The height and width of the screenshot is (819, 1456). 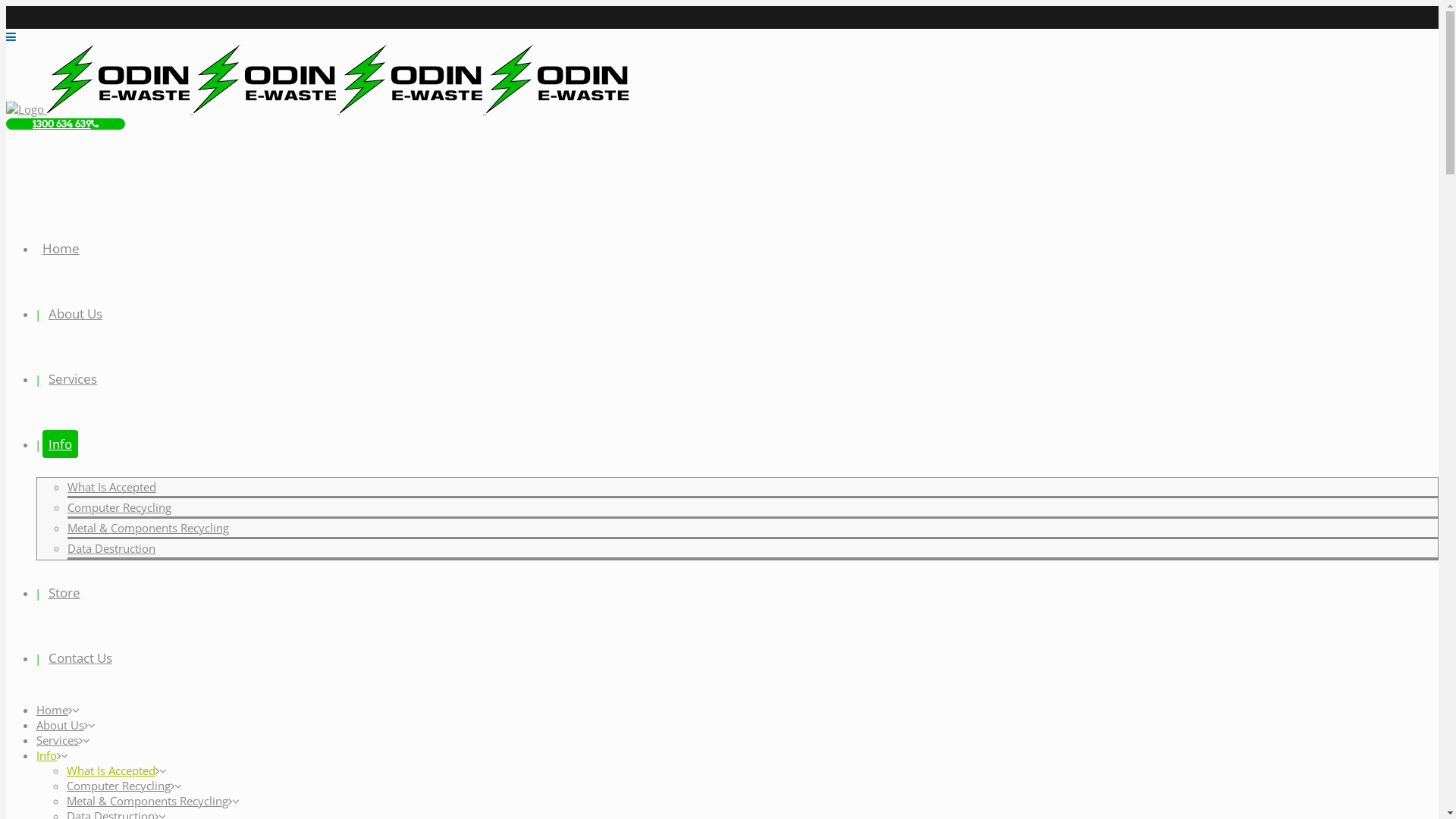 What do you see at coordinates (61, 247) in the screenshot?
I see `'Home'` at bounding box center [61, 247].